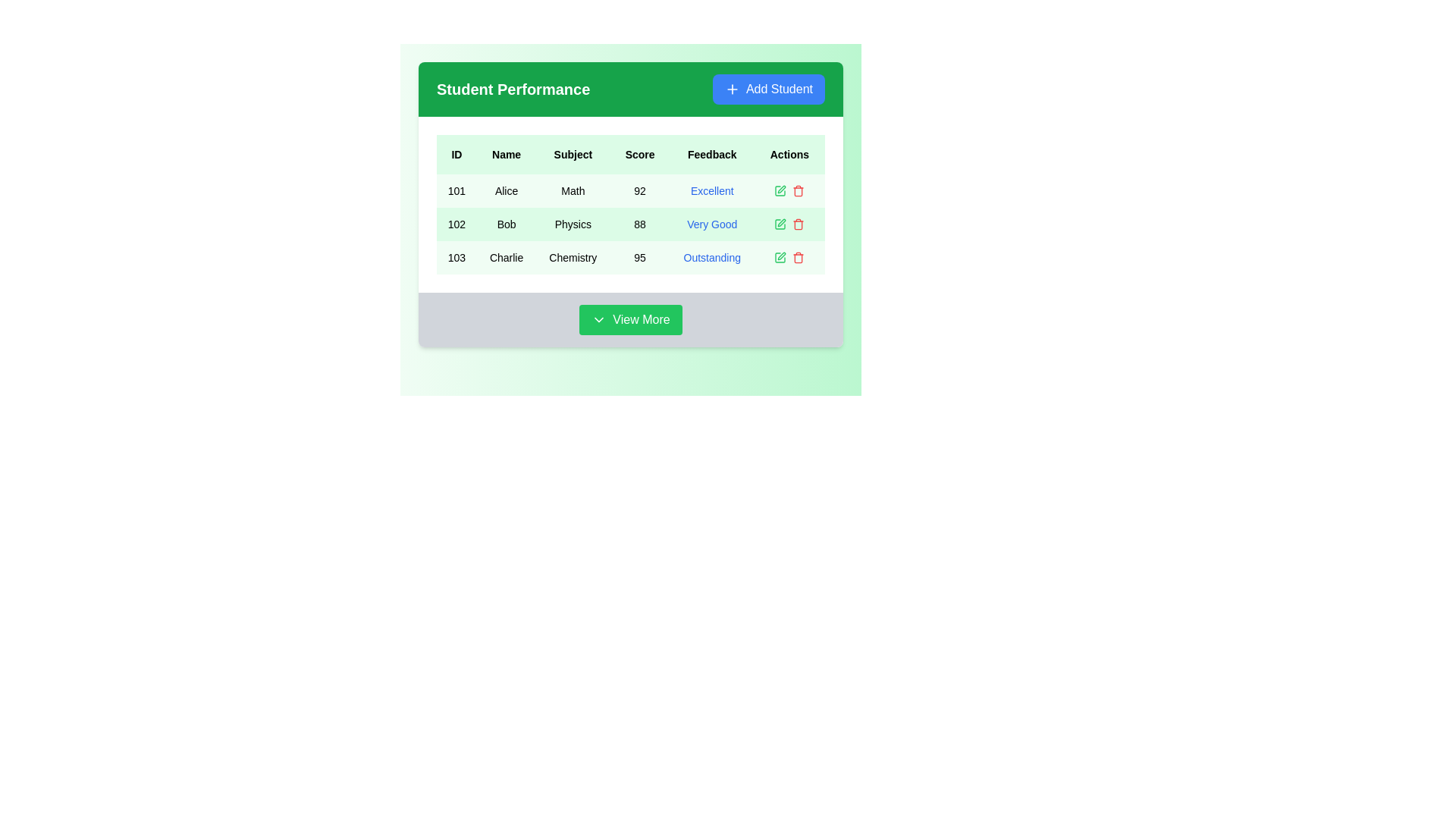  What do you see at coordinates (630, 224) in the screenshot?
I see `content displayed in the second row of the table in the 'Student Performance' section, which shows the performance data of the student named Bob` at bounding box center [630, 224].